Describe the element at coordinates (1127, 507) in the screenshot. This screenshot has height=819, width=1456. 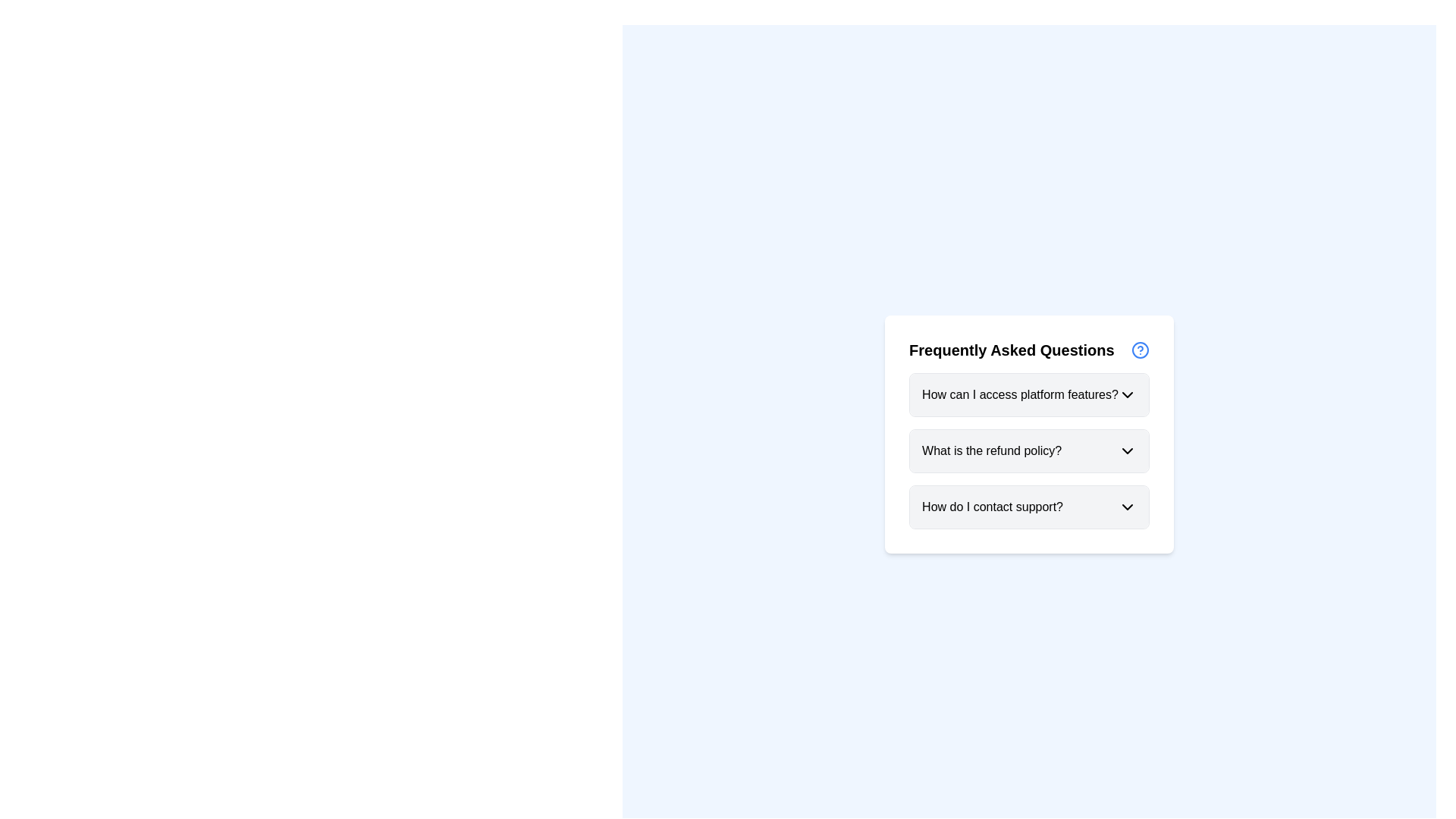
I see `the dropdown toggle icon located on the right side of the 'How do I contact support?' text` at that location.